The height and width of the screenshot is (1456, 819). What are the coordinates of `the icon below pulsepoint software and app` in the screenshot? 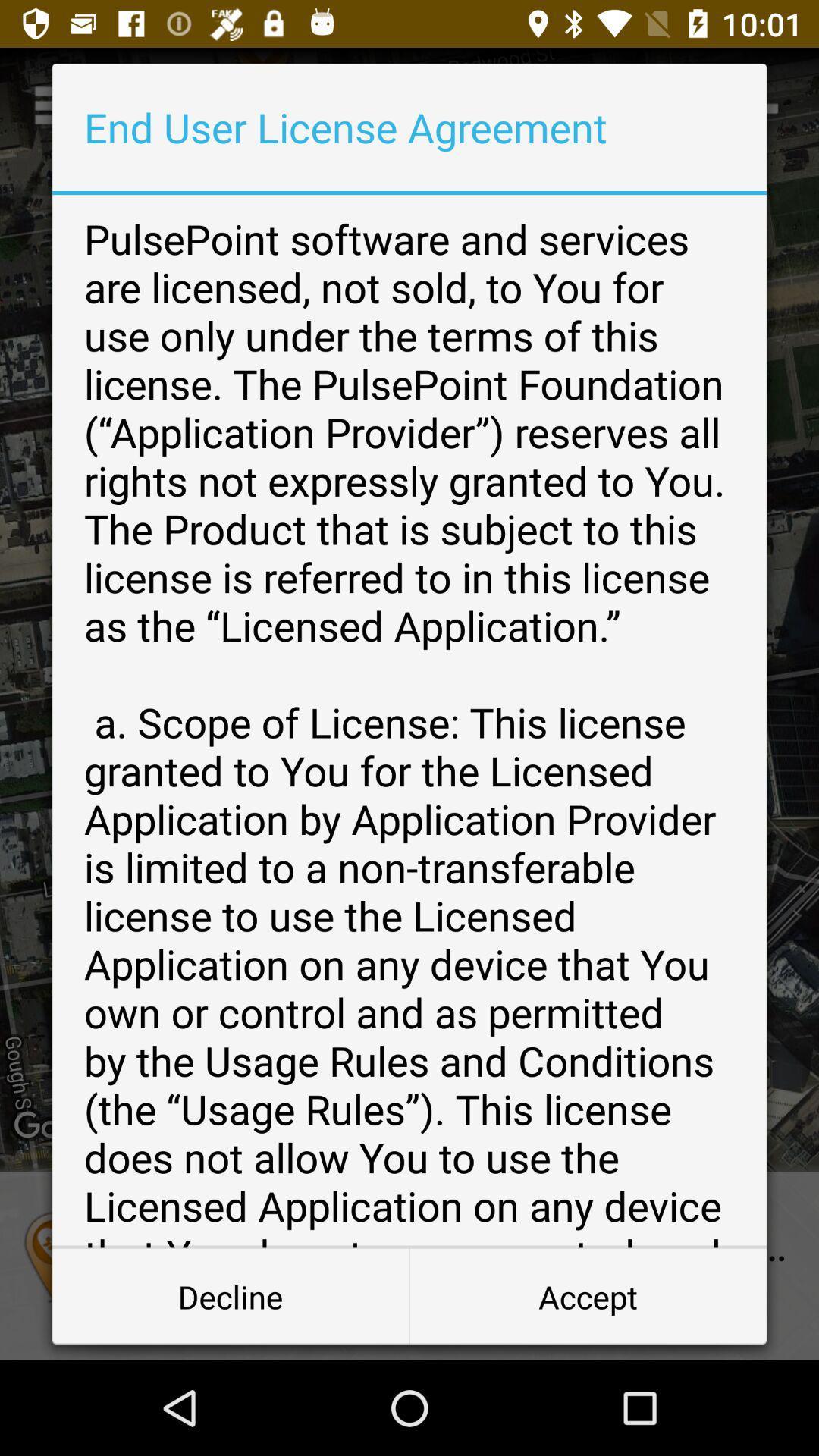 It's located at (587, 1295).